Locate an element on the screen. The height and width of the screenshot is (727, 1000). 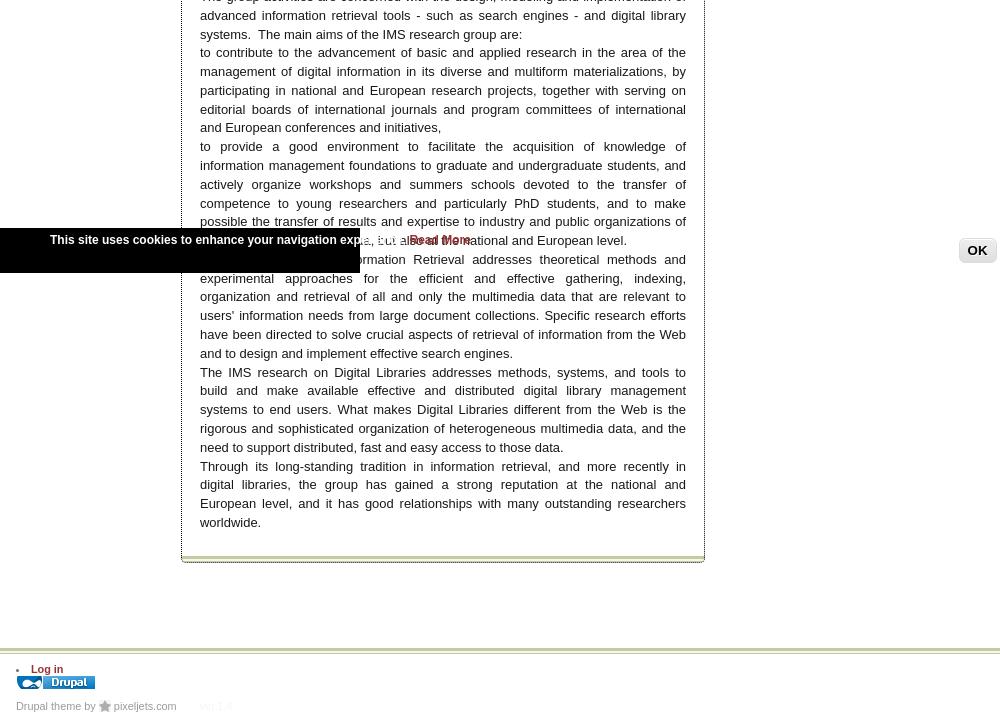
'This site uses cookies to enhance your navigation experience.' is located at coordinates (228, 239).